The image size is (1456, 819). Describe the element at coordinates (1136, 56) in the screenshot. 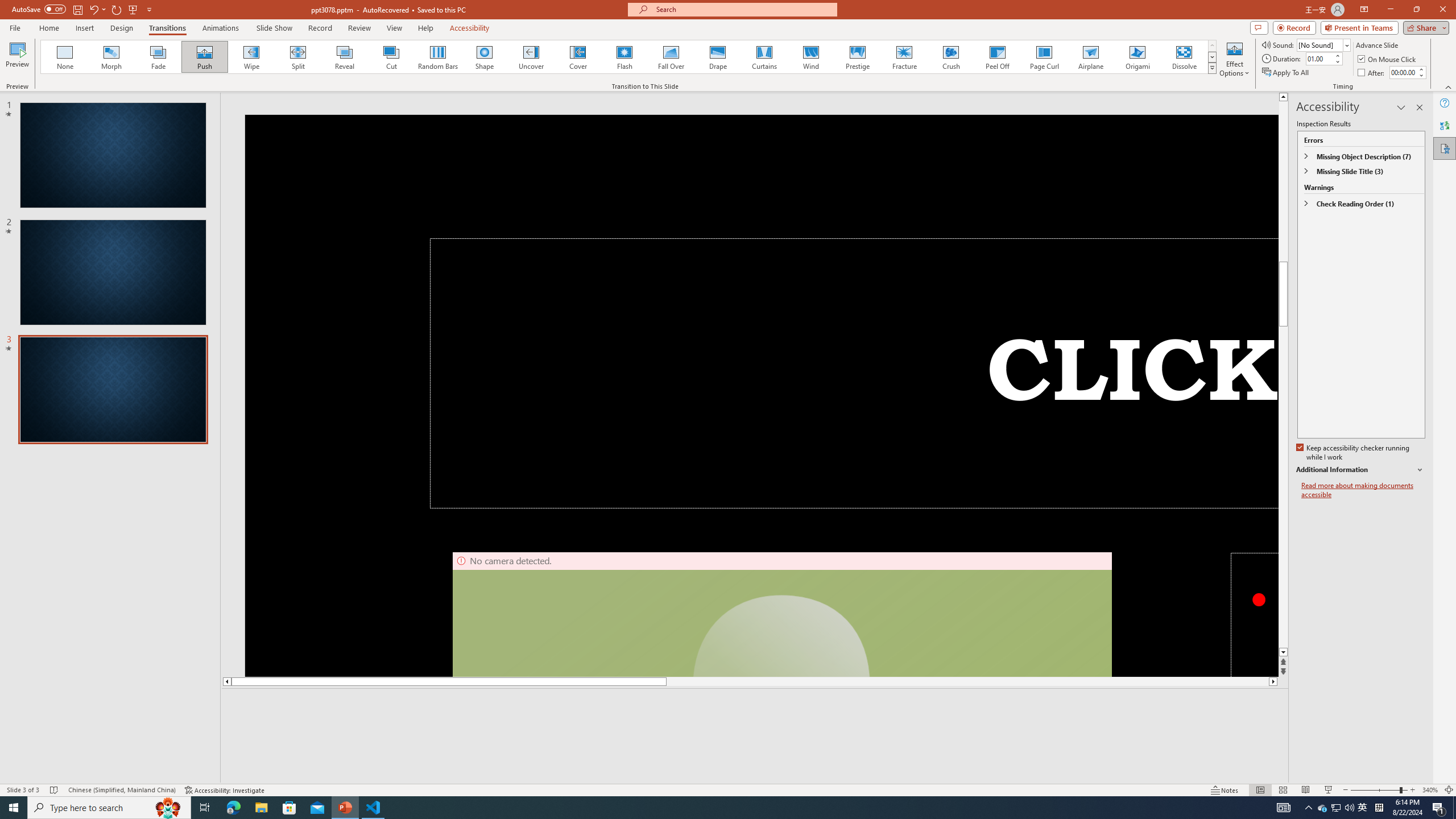

I see `'Origami'` at that location.